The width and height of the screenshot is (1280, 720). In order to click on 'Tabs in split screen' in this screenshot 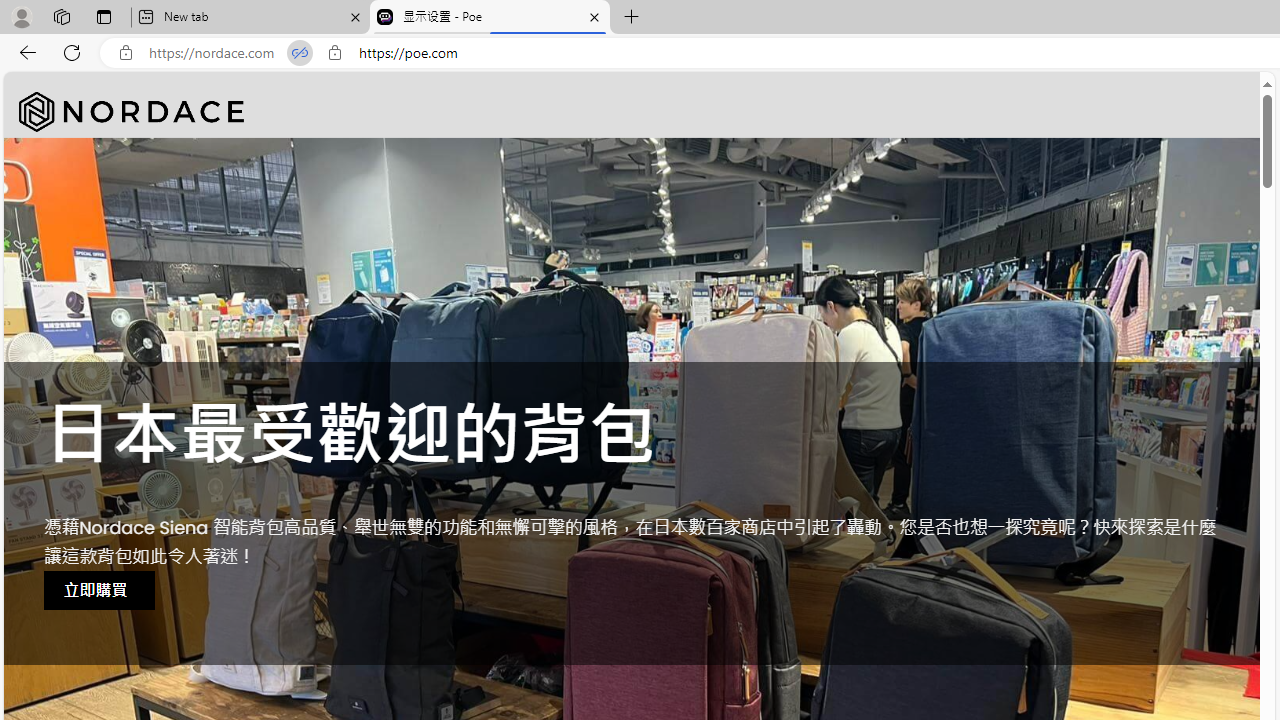, I will do `click(299, 52)`.